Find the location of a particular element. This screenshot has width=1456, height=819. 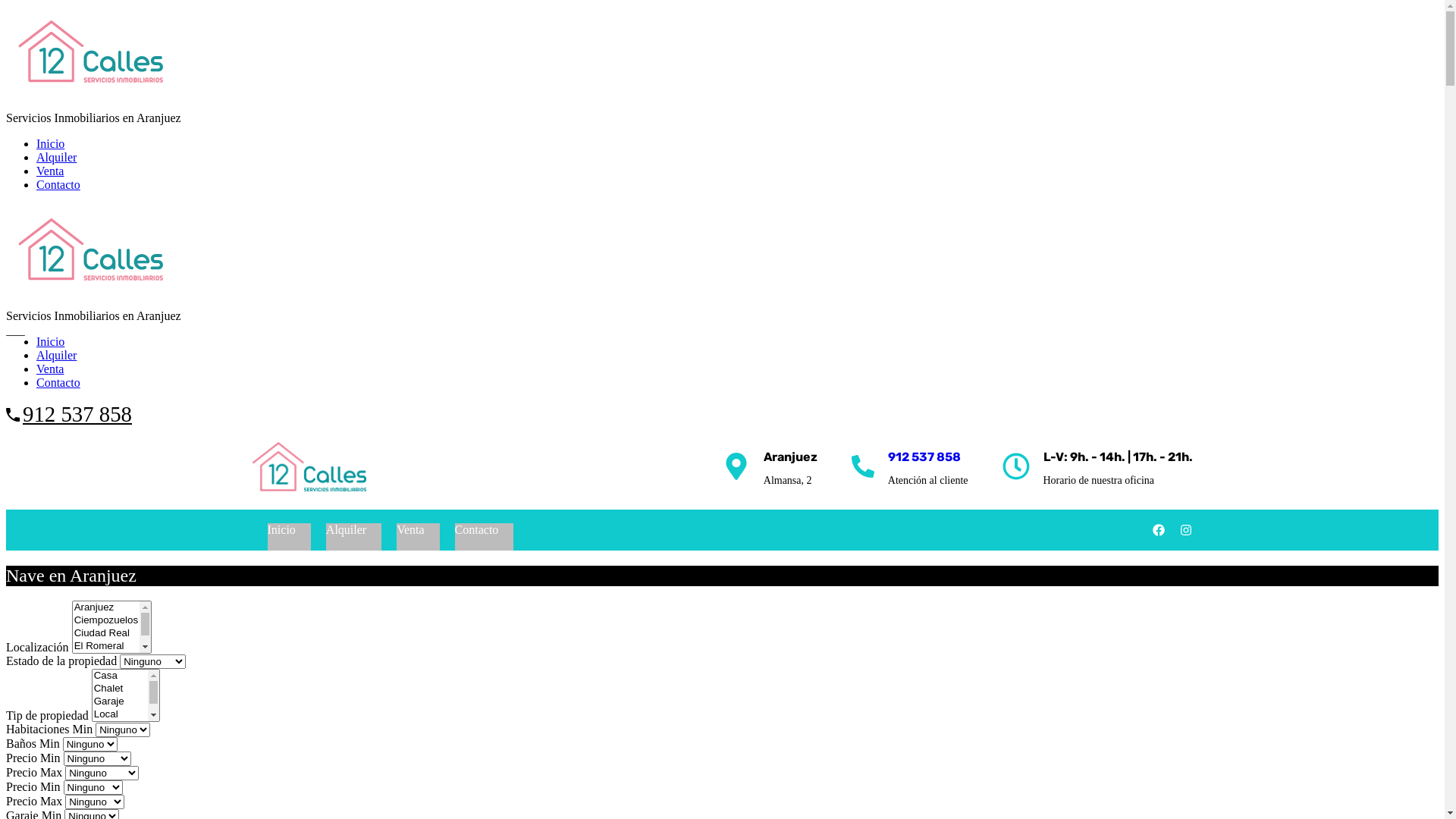

'Inicio' is located at coordinates (50, 341).